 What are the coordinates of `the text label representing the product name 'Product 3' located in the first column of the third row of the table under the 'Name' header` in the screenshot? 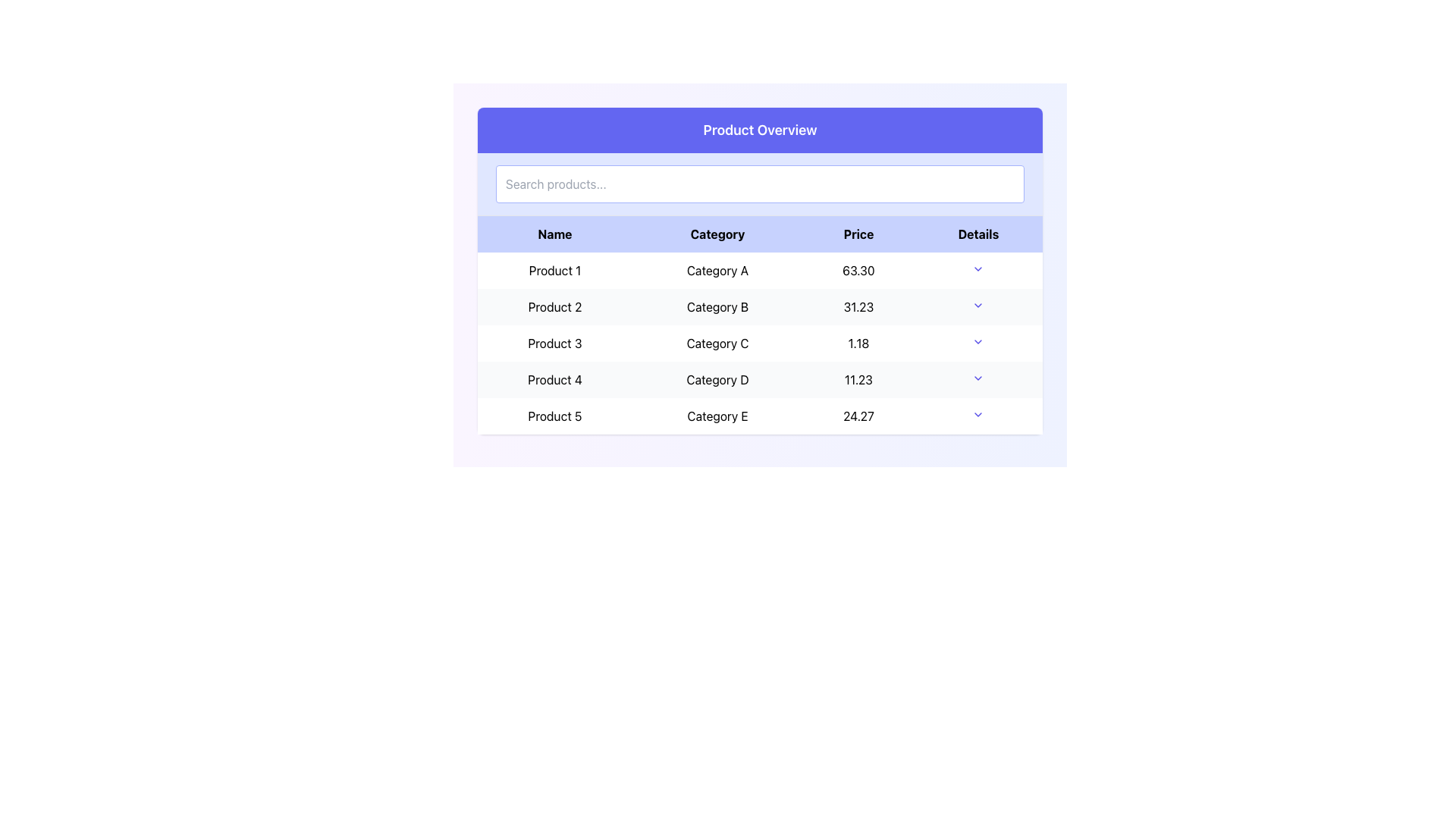 It's located at (554, 343).